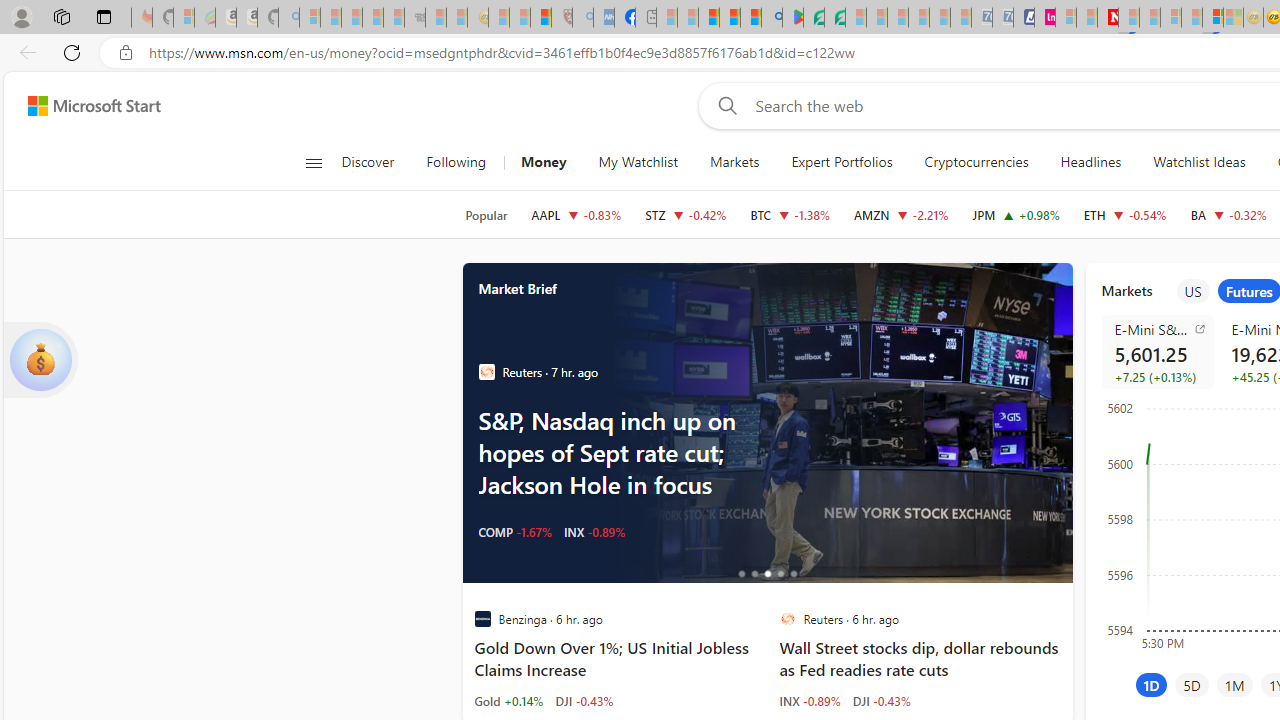 This screenshot has width=1280, height=720. What do you see at coordinates (575, 214) in the screenshot?
I see `'AAPL APPLE INC. decrease 224.53 -1.87 -0.83%'` at bounding box center [575, 214].